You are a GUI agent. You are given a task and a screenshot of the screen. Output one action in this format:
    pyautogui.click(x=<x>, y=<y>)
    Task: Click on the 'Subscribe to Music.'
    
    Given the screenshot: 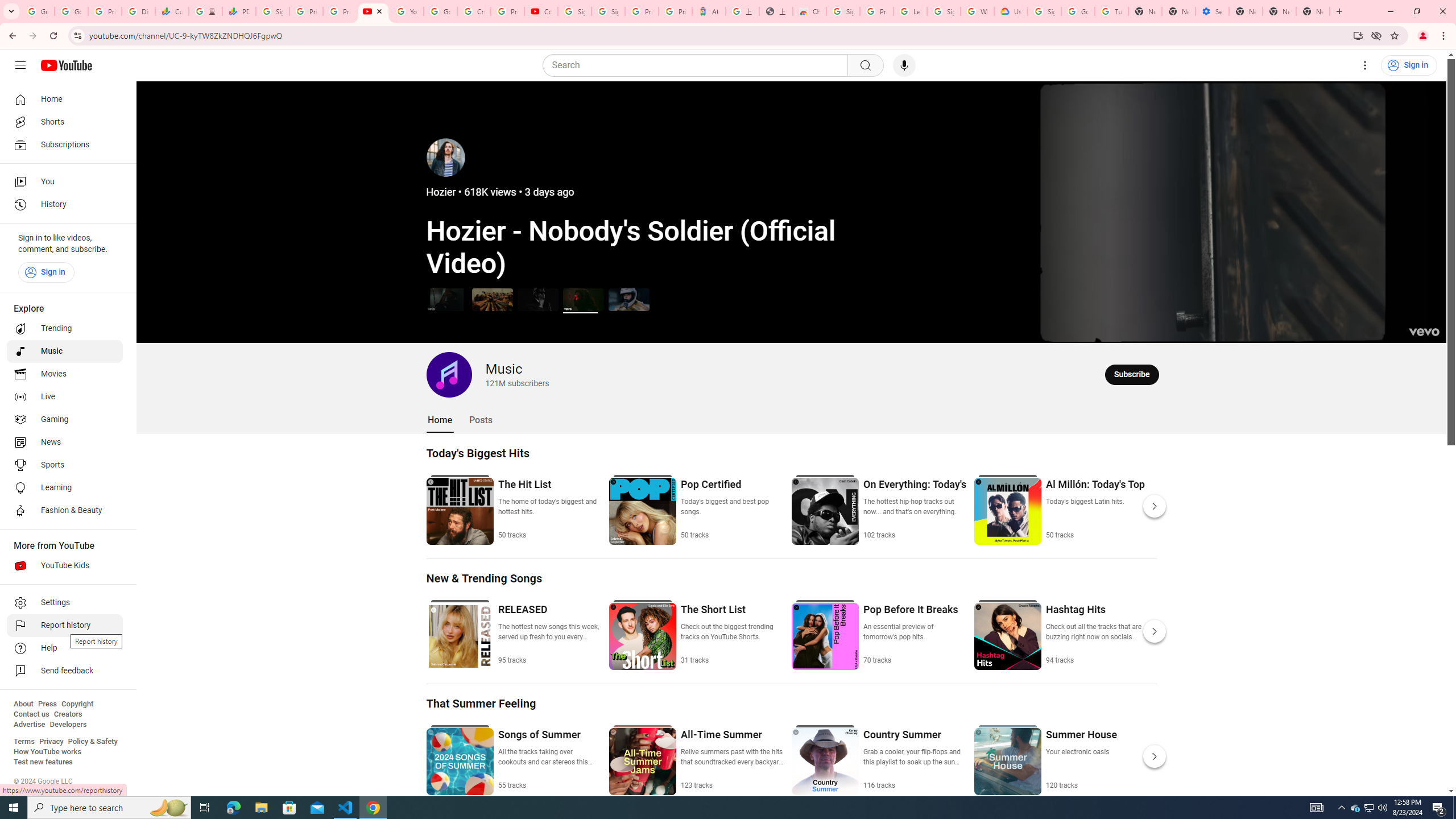 What is the action you would take?
    pyautogui.click(x=1131, y=374)
    